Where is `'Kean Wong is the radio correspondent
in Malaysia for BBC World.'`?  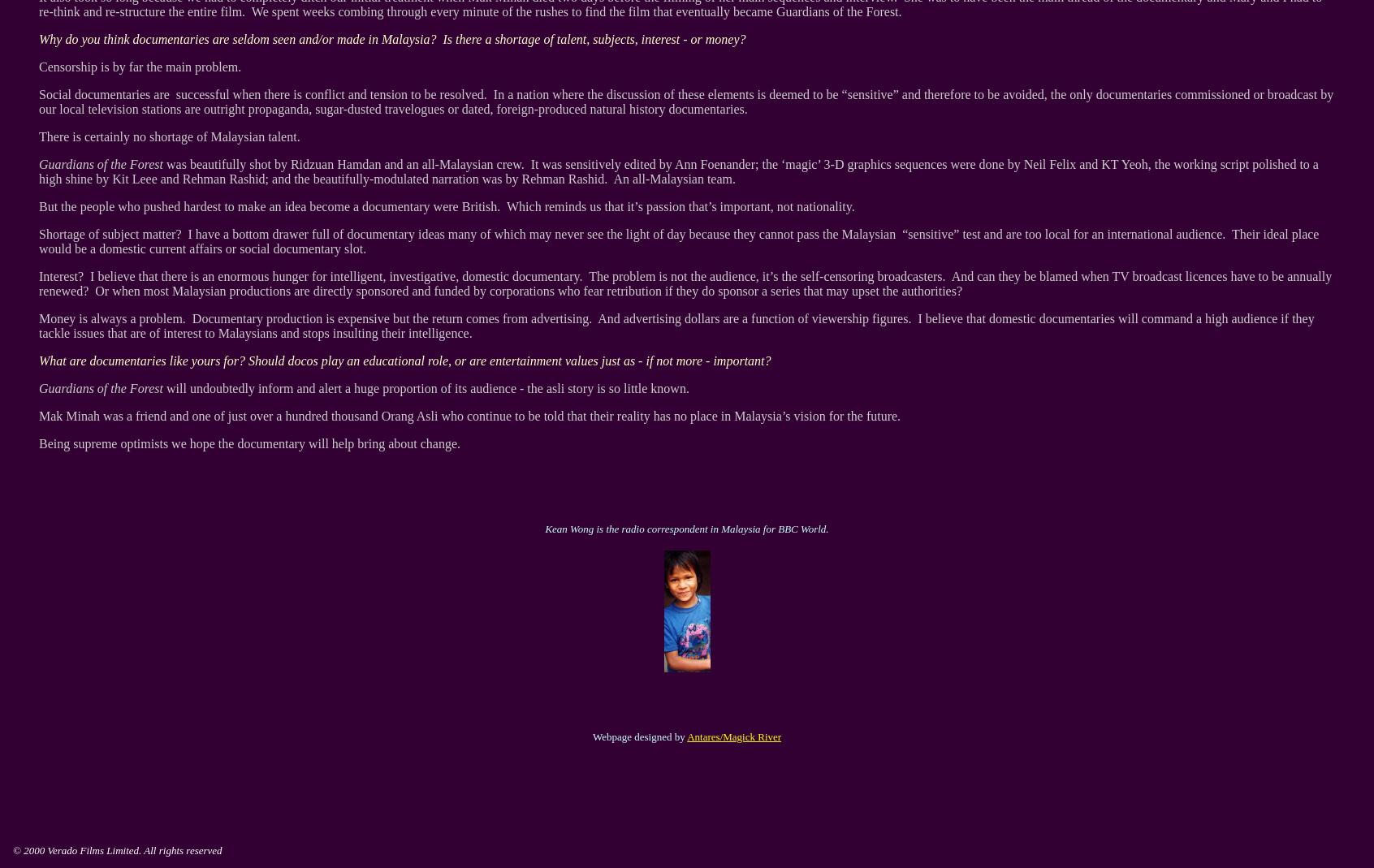 'Kean Wong is the radio correspondent
in Malaysia for BBC World.' is located at coordinates (545, 528).